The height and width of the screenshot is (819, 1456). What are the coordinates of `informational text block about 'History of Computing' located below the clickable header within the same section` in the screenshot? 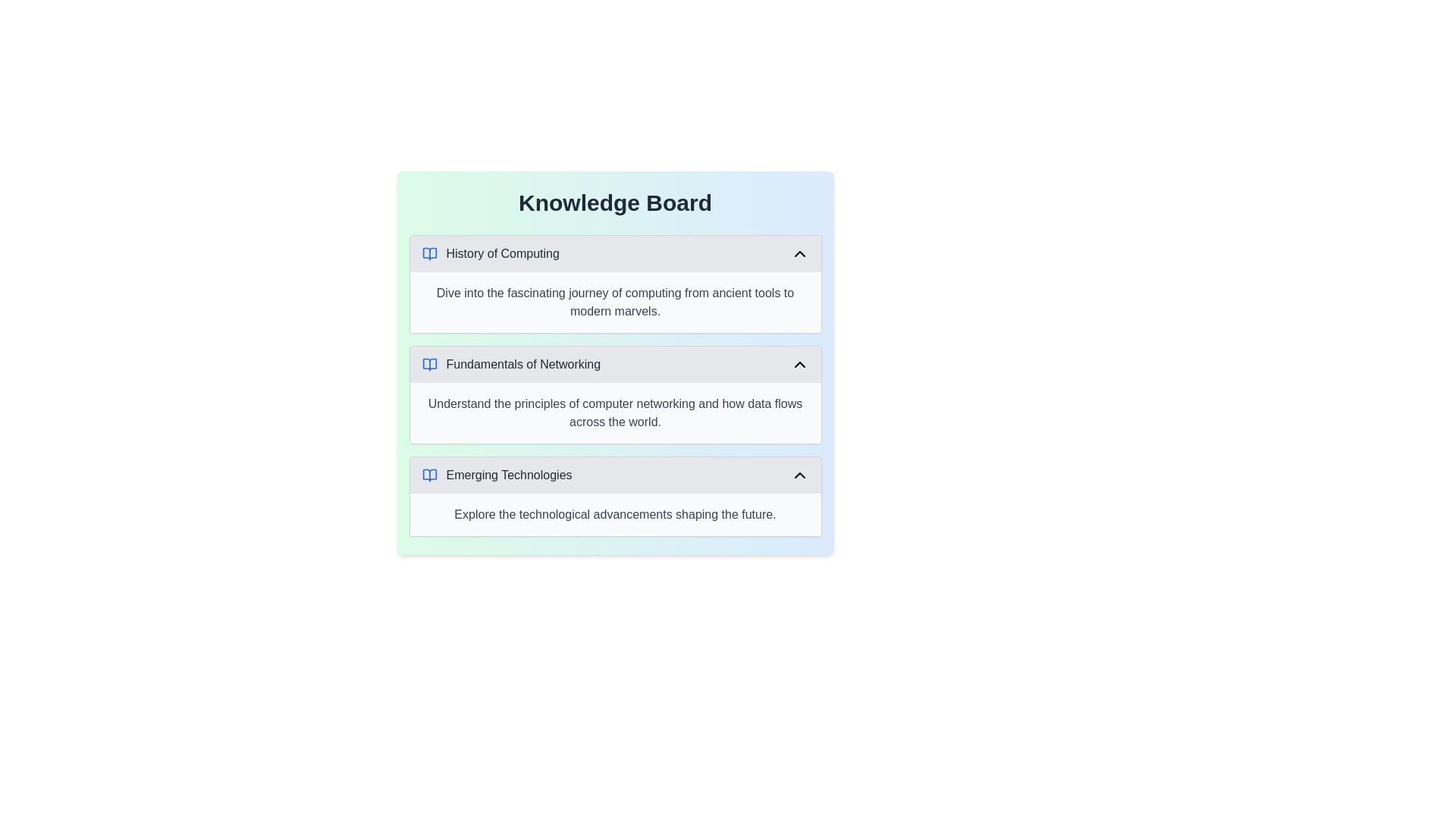 It's located at (615, 302).